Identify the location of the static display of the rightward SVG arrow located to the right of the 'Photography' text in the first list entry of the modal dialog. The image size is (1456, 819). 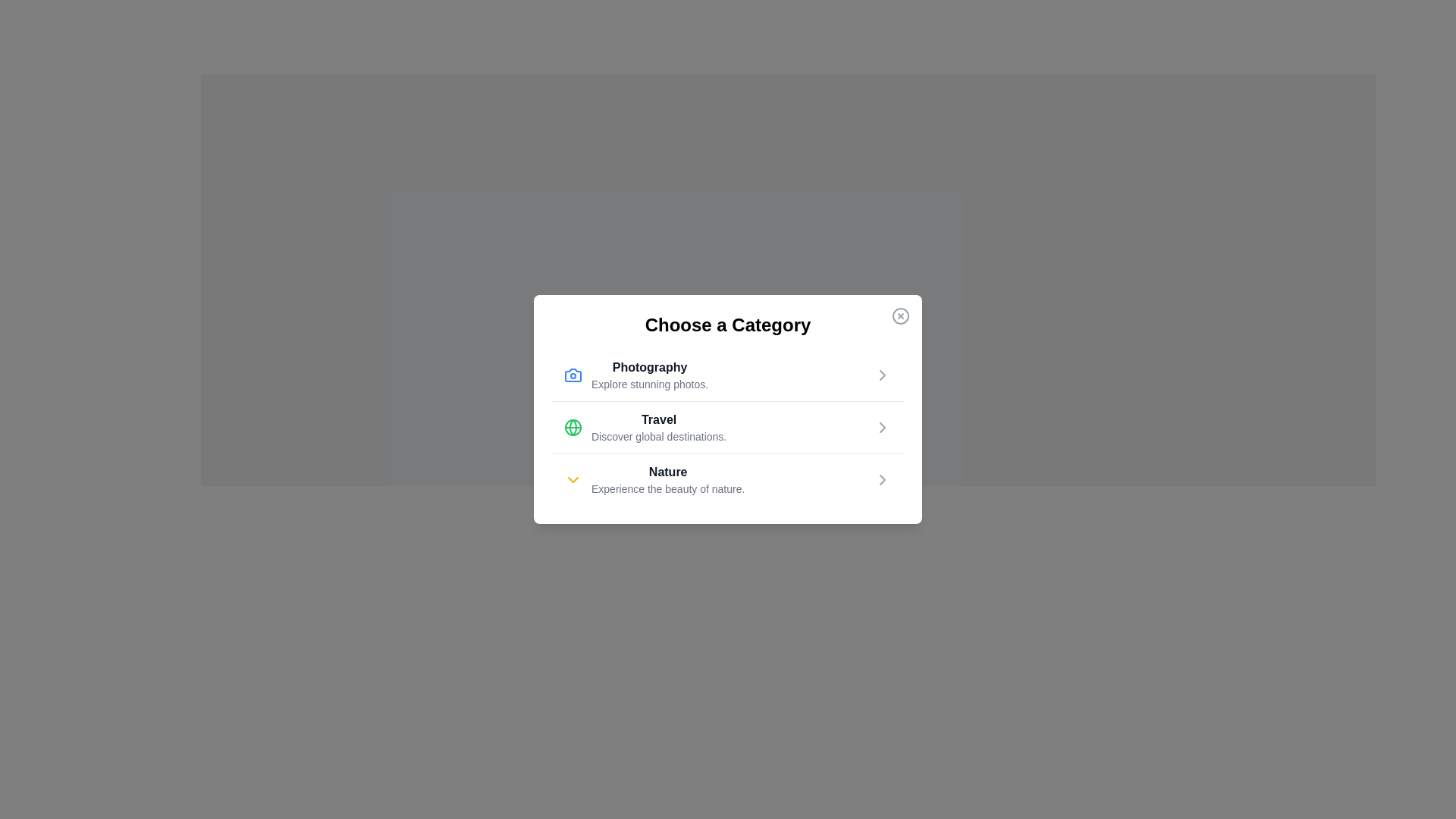
(882, 375).